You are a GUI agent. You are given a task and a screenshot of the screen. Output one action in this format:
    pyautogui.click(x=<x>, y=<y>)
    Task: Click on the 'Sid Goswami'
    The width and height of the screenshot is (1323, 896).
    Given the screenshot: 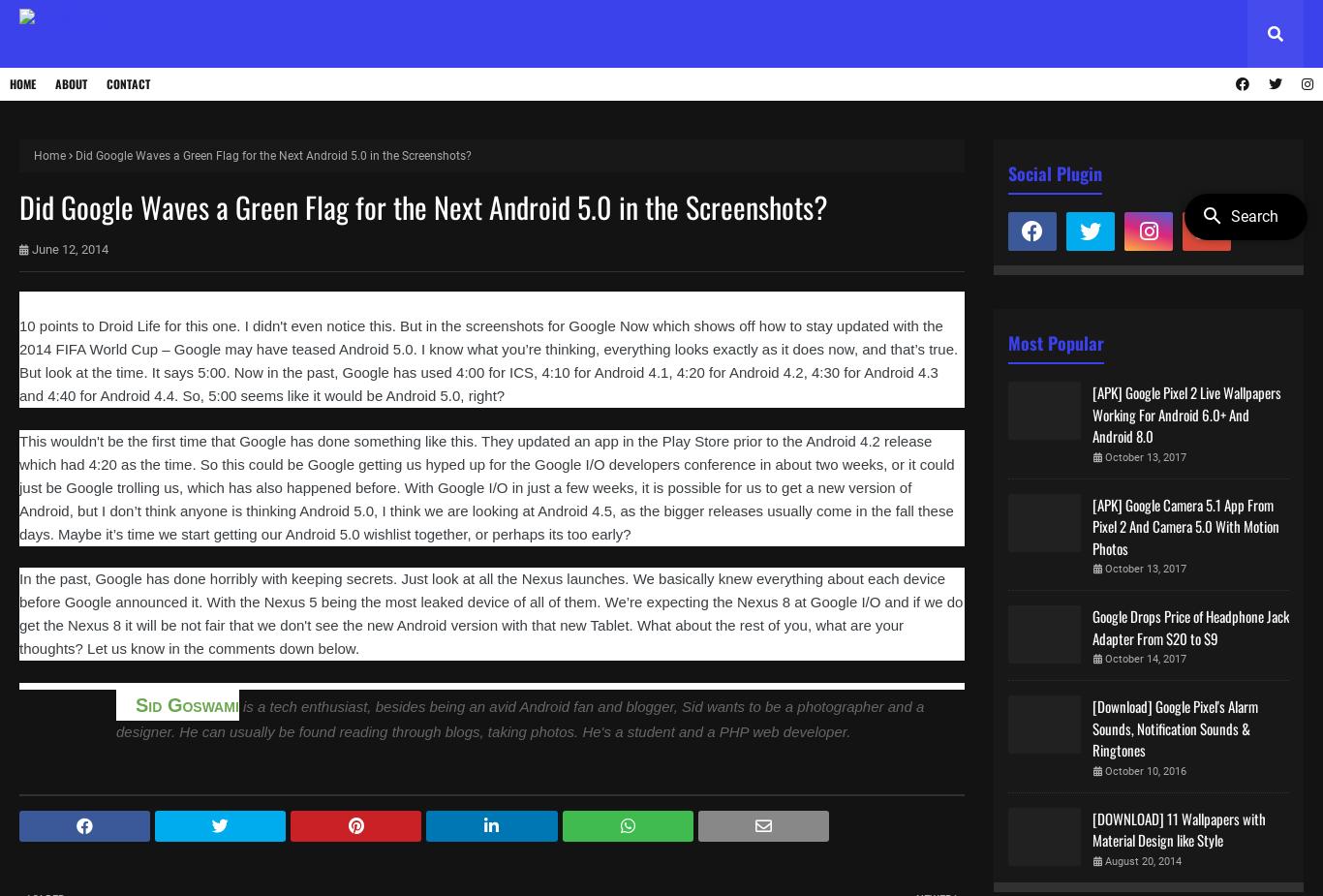 What is the action you would take?
    pyautogui.click(x=186, y=703)
    